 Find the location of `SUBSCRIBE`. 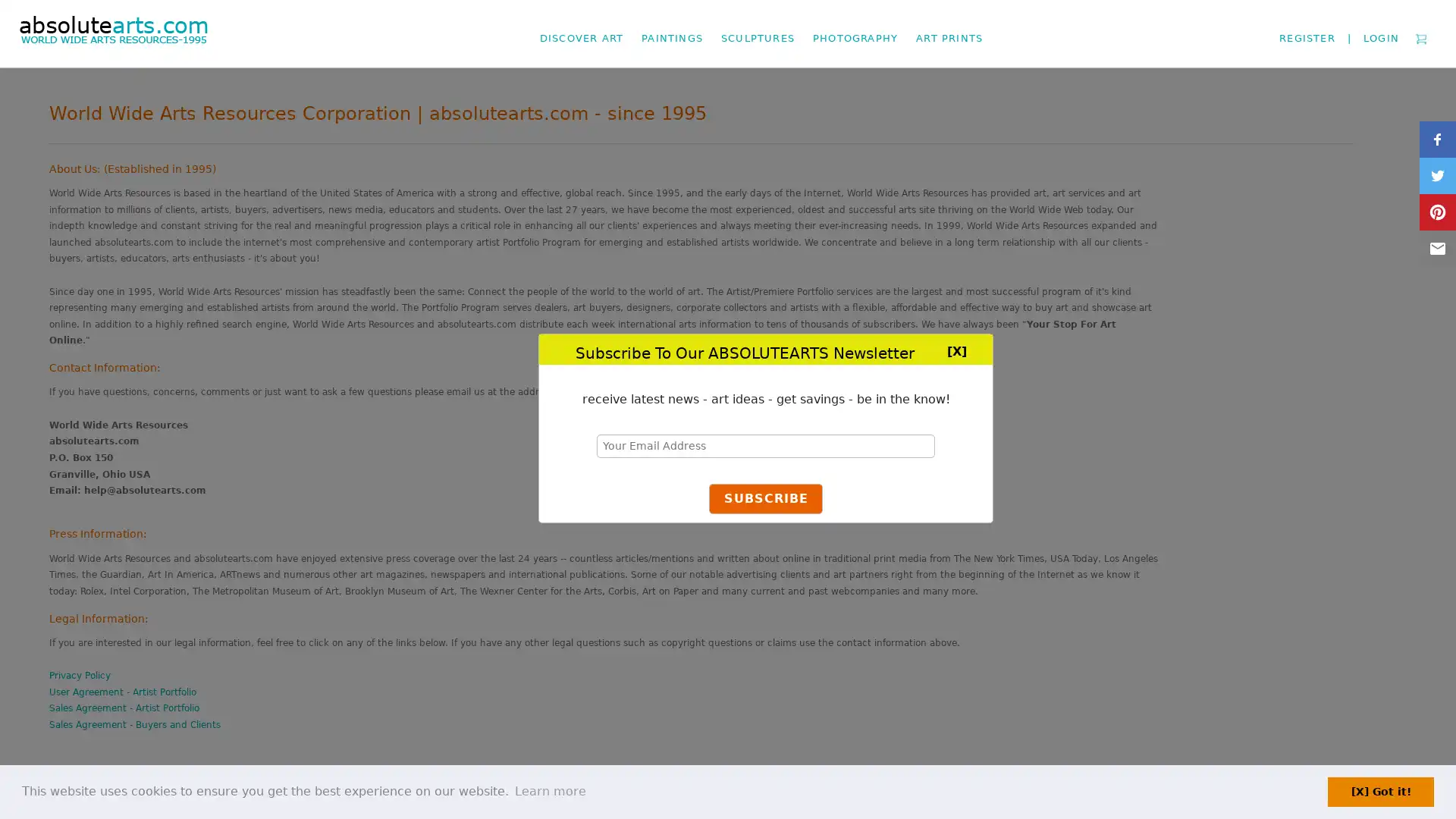

SUBSCRIBE is located at coordinates (765, 499).